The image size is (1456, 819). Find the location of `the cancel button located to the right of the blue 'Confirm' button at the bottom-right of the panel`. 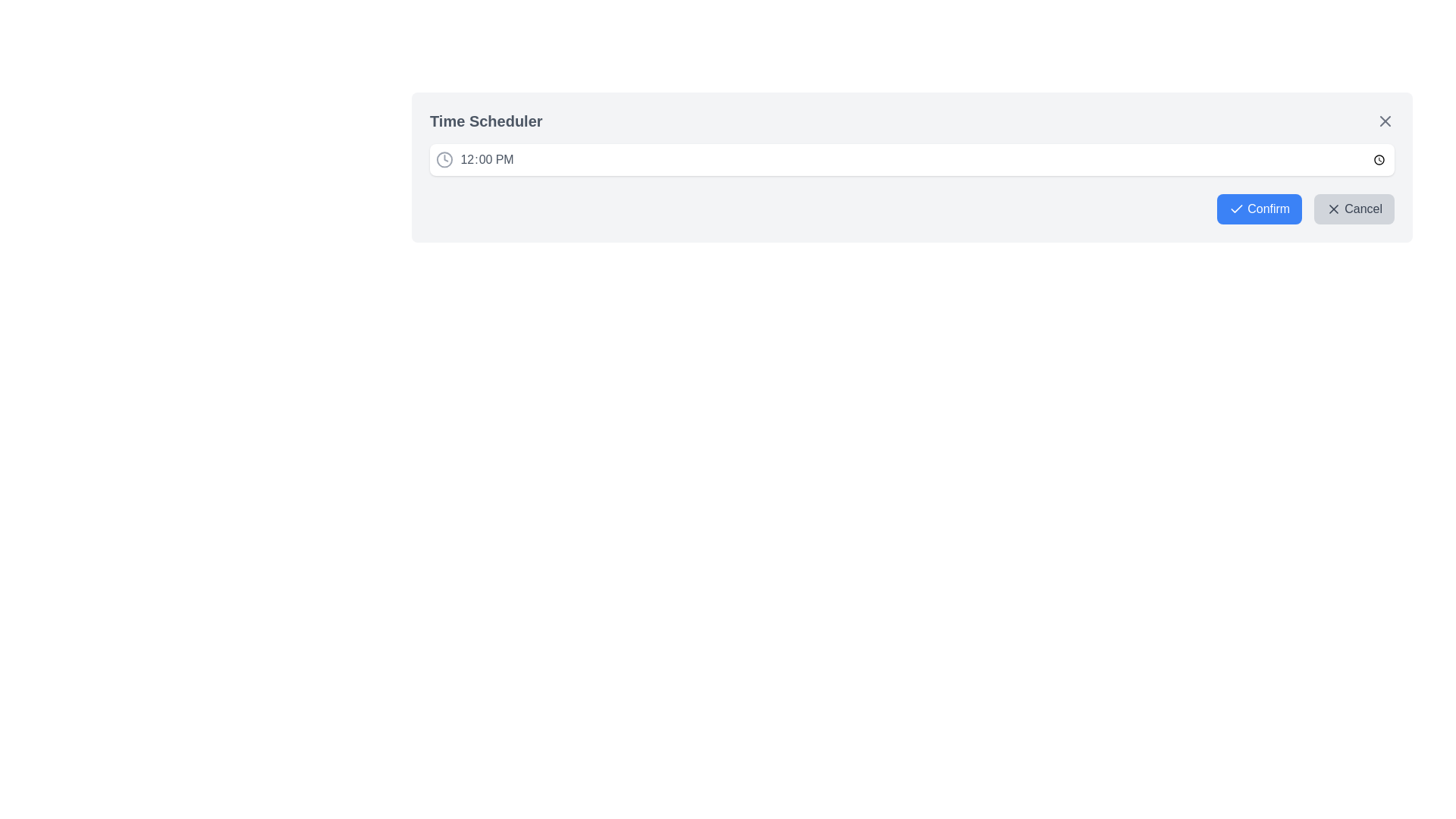

the cancel button located to the right of the blue 'Confirm' button at the bottom-right of the panel is located at coordinates (1354, 209).